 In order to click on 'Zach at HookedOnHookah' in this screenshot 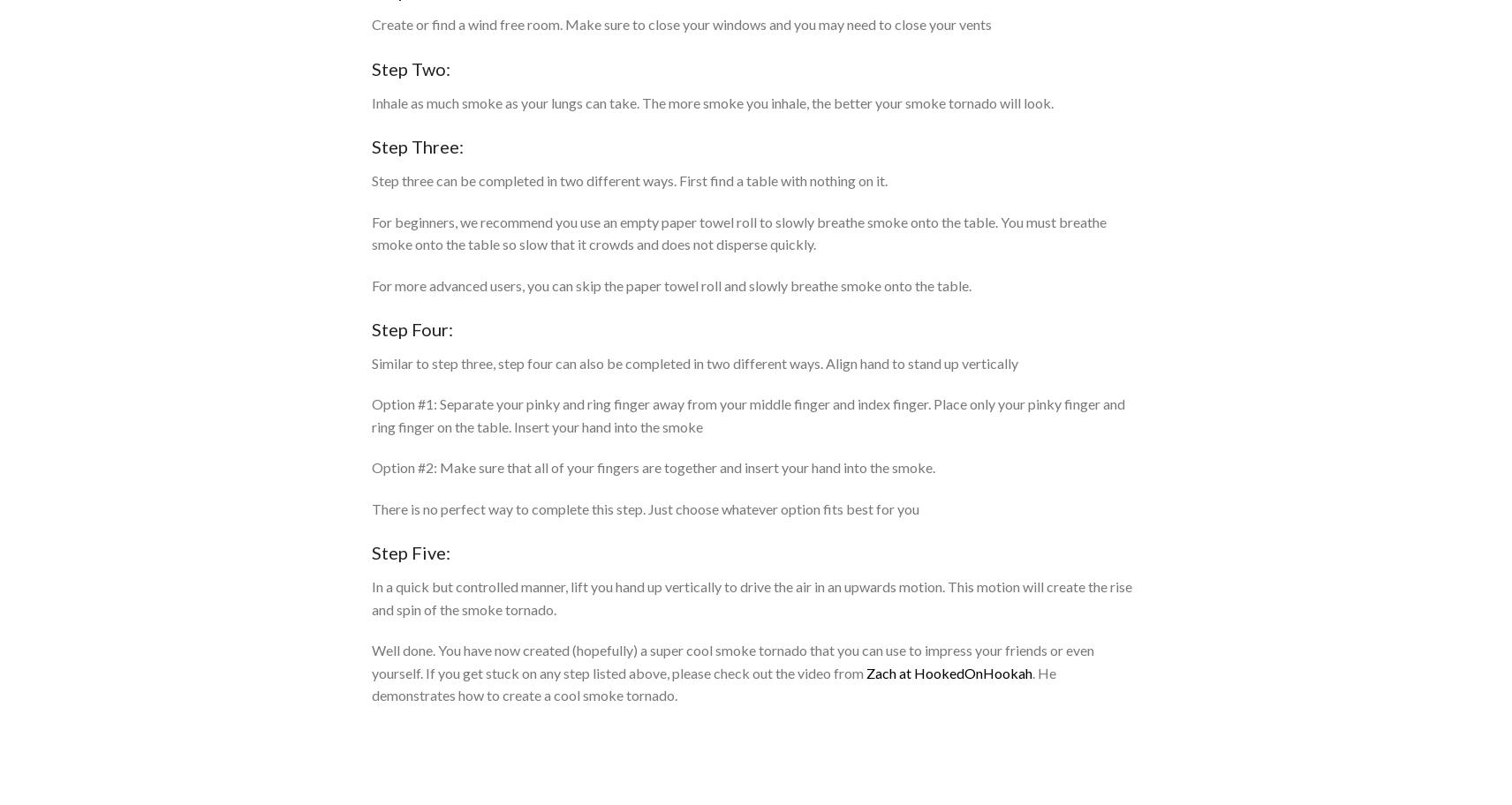, I will do `click(949, 672)`.